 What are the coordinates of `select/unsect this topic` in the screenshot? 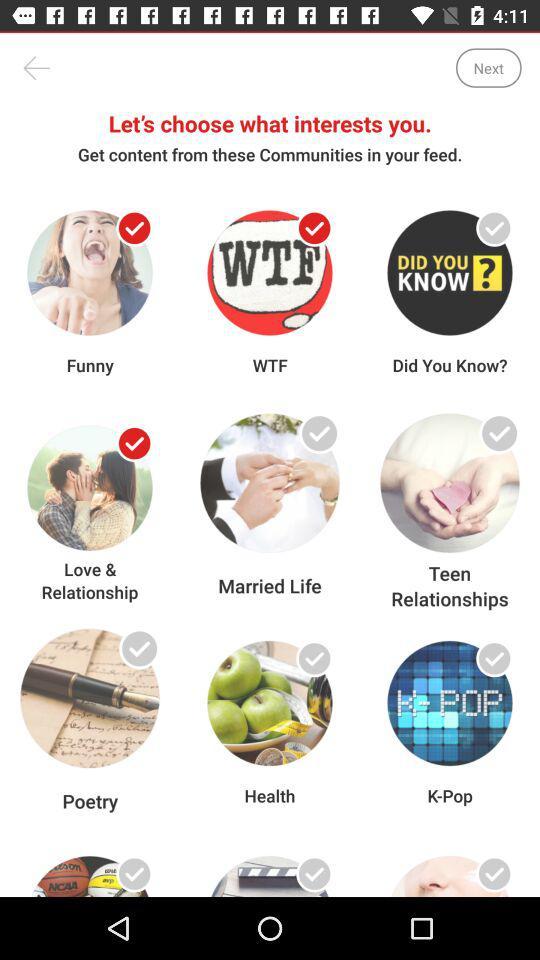 It's located at (134, 228).